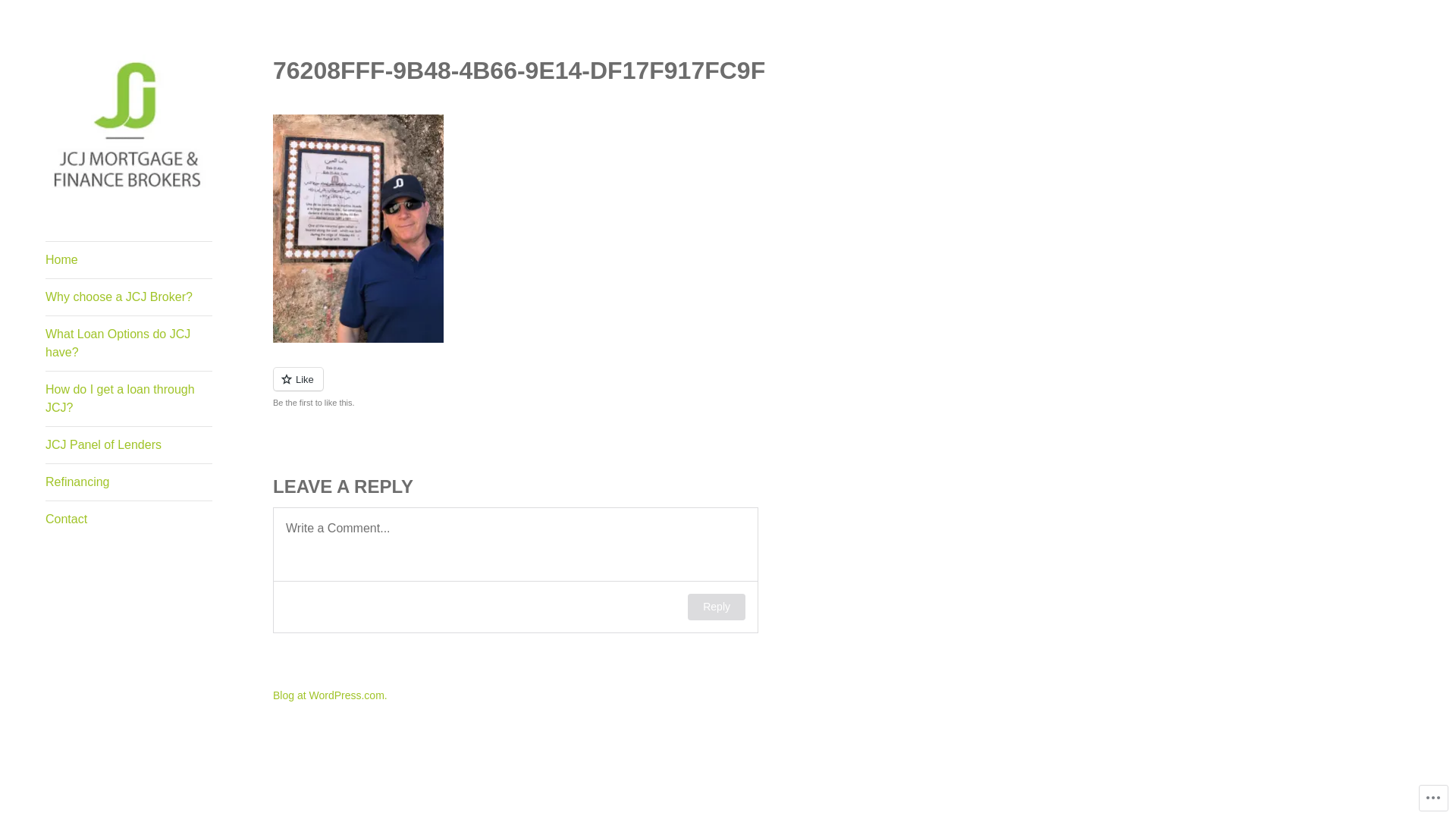  Describe the element at coordinates (716, 606) in the screenshot. I see `'Reply'` at that location.